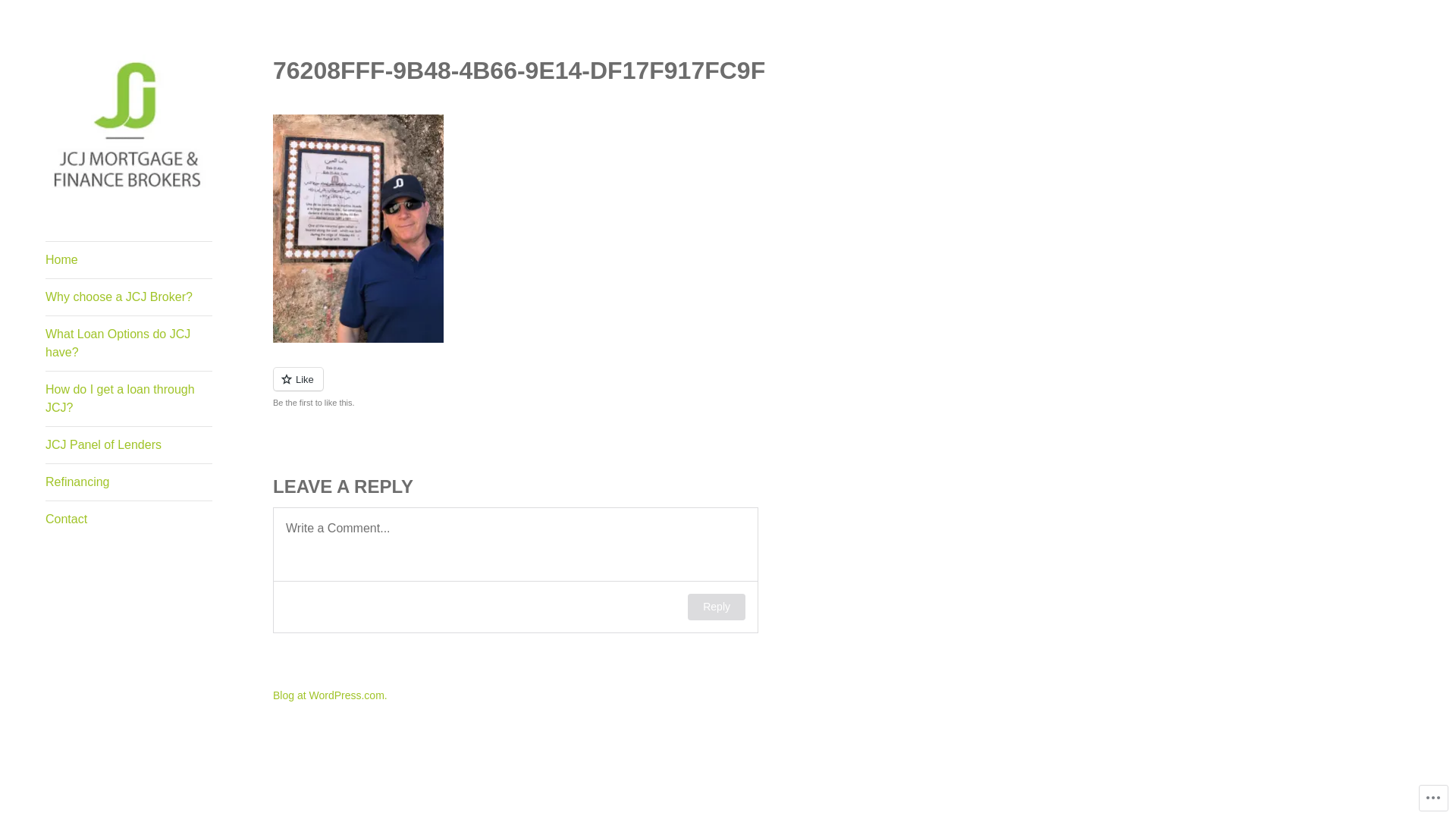  Describe the element at coordinates (716, 606) in the screenshot. I see `'Reply'` at that location.